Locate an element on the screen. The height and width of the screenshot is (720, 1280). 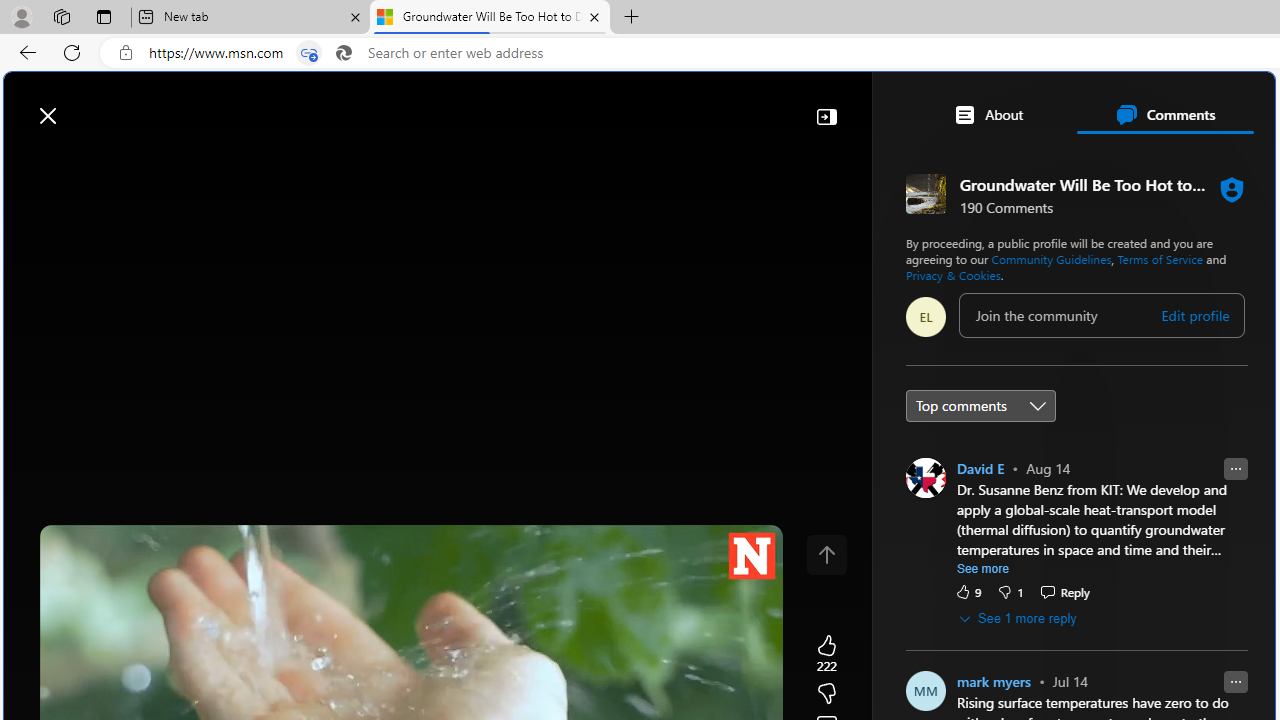
'Search icon' is located at coordinates (343, 52).